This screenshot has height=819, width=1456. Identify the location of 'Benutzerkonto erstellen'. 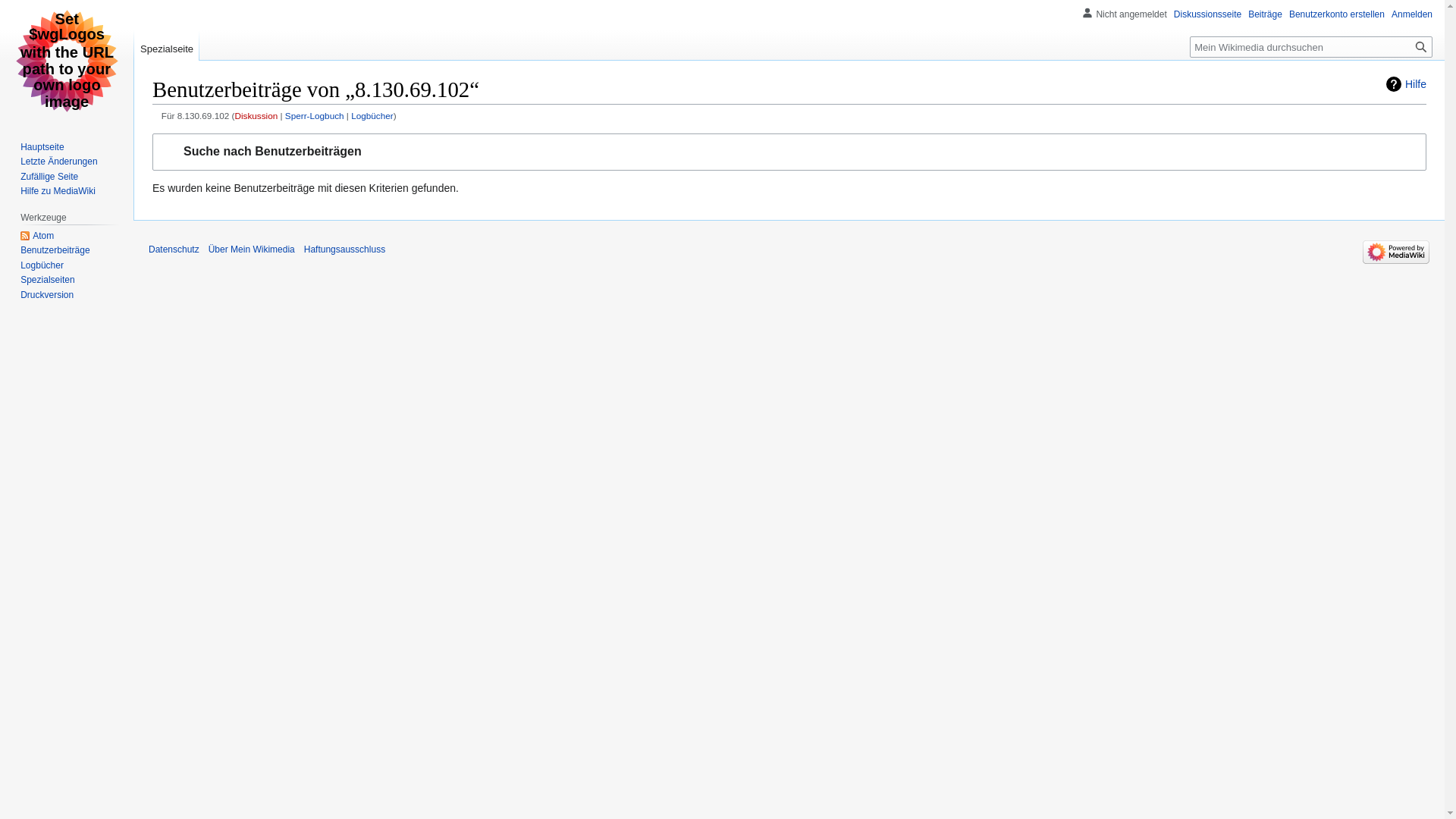
(1336, 14).